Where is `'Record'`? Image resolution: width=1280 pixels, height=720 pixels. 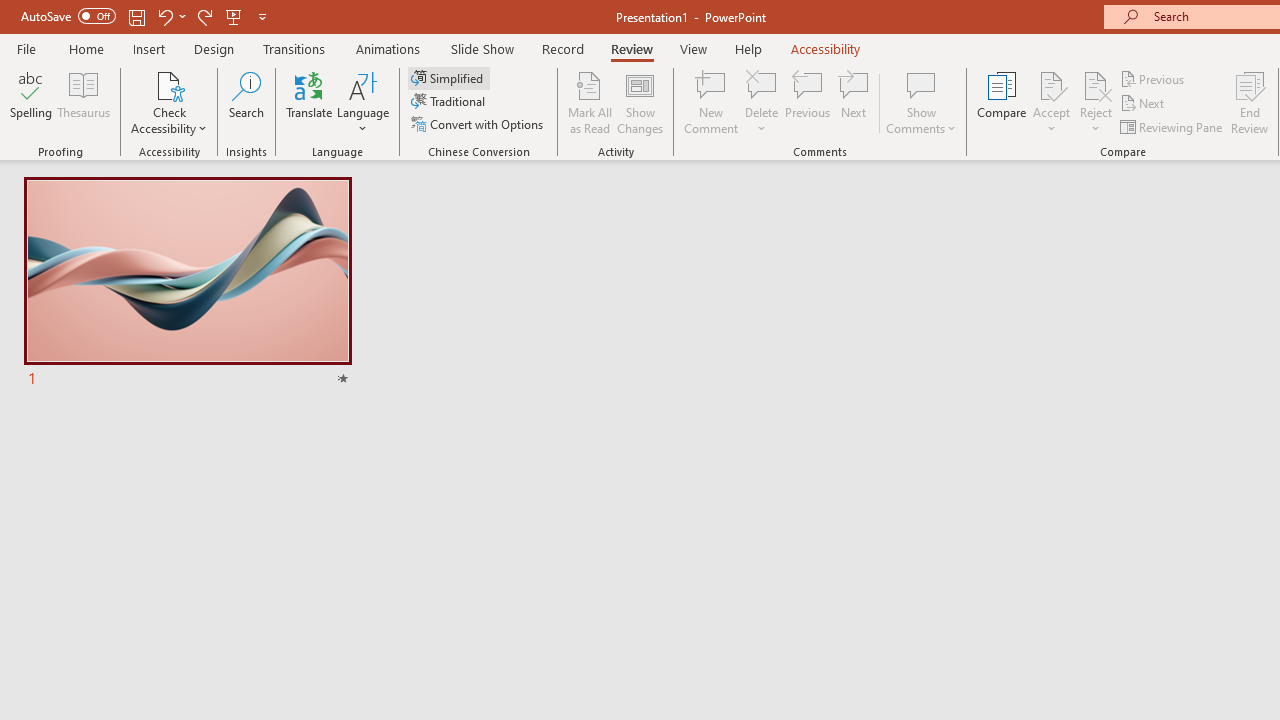 'Record' is located at coordinates (561, 48).